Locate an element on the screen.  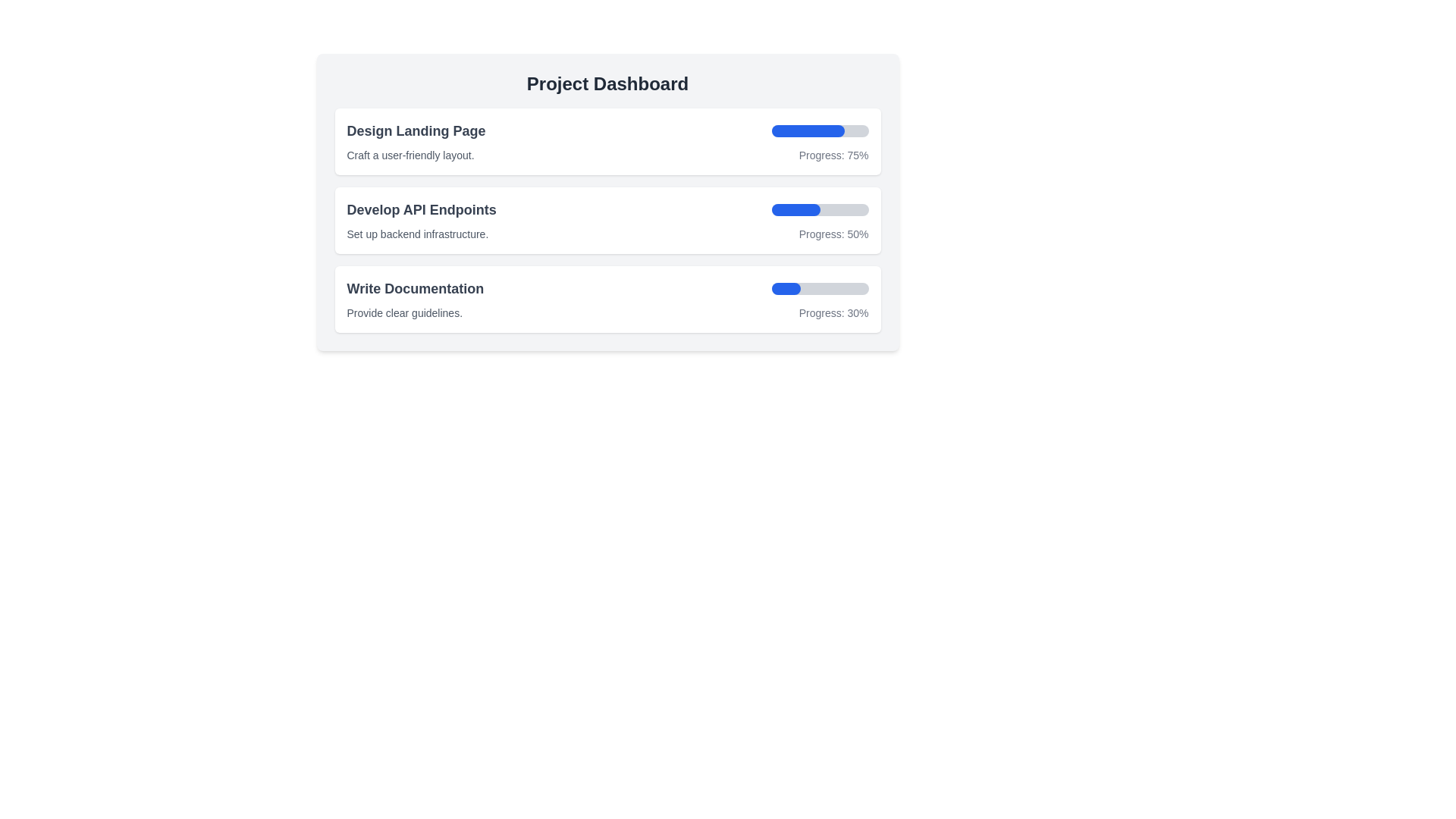
the visual representation of the progress bar indicating that 75% of the task 'Design Landing Page' is complete, located below the 'Design Landing Page' section in the 'Project Dashboard' interface is located at coordinates (807, 130).